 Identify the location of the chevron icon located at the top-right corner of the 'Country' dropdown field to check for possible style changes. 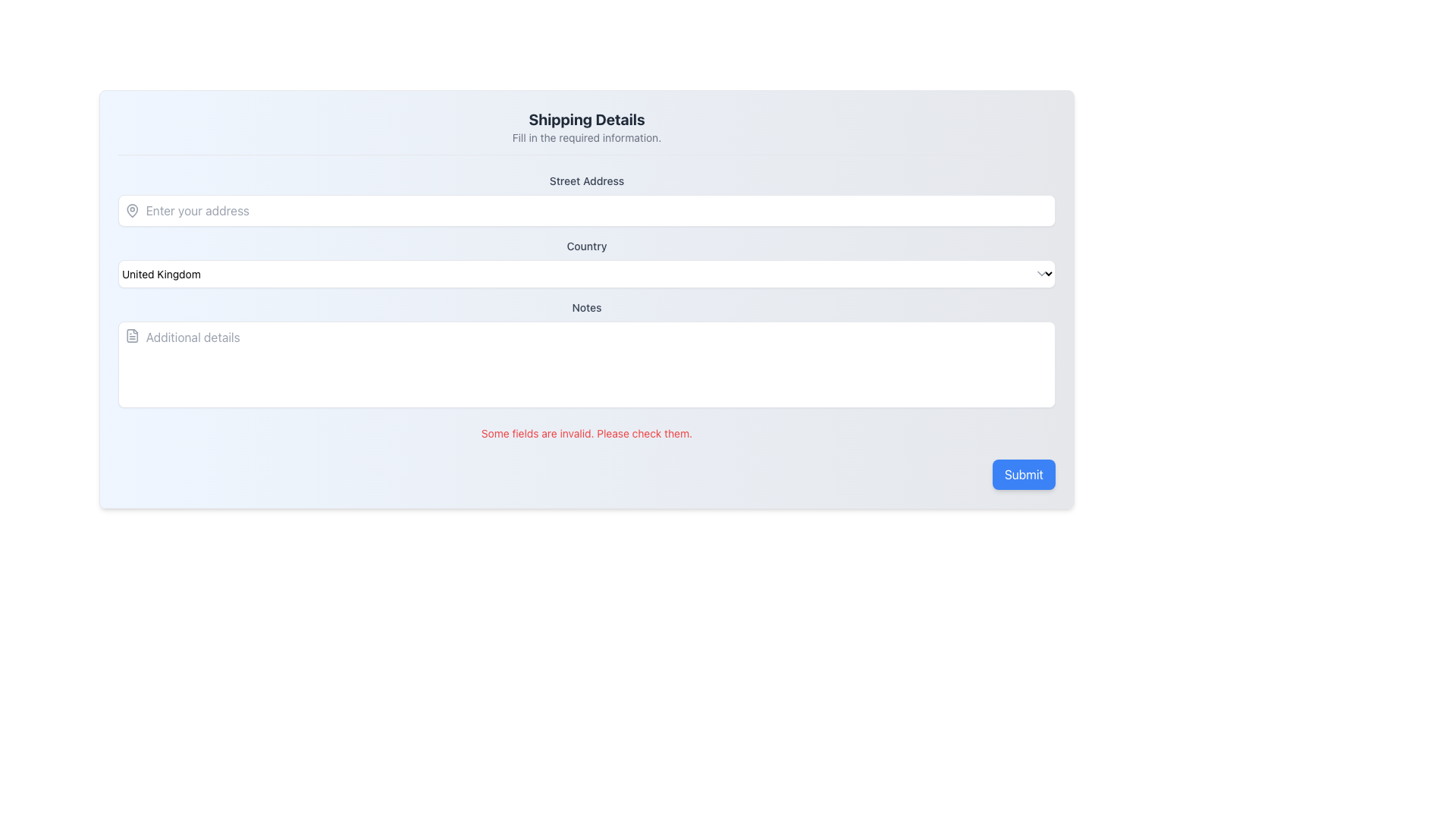
(1040, 274).